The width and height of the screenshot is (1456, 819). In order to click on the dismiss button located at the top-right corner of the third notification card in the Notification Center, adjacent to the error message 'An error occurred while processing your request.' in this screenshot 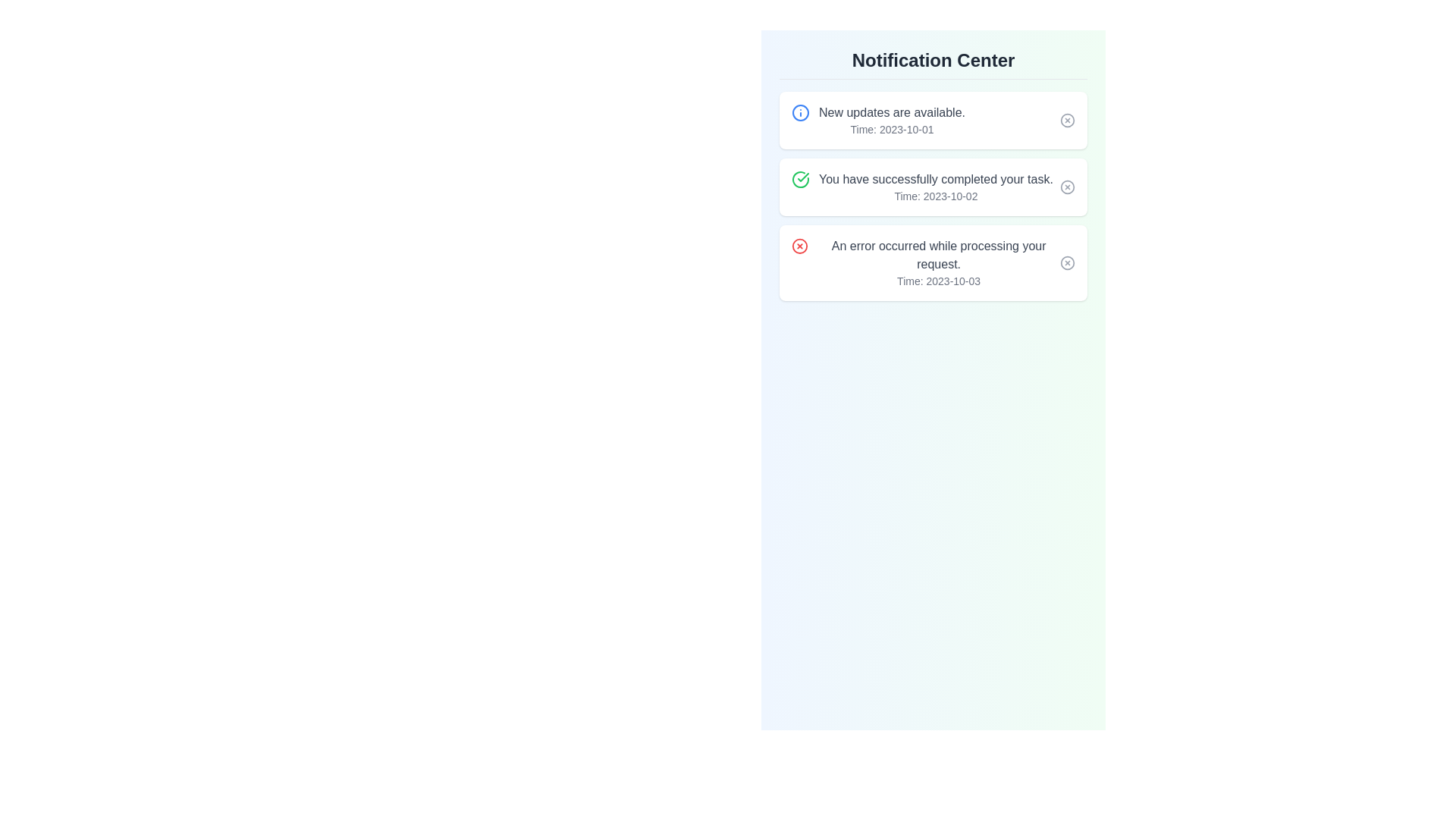, I will do `click(1066, 262)`.